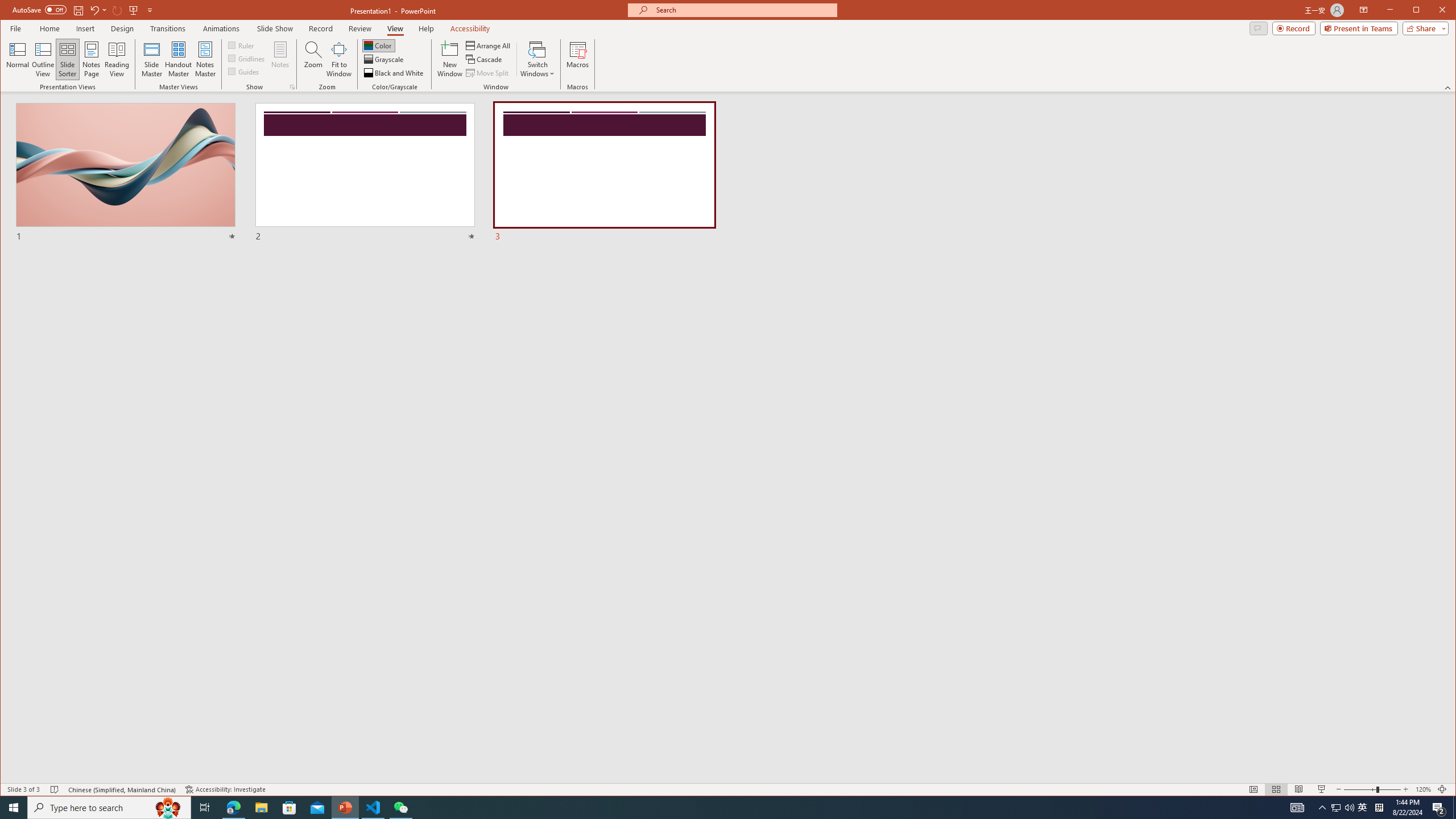  Describe the element at coordinates (246, 58) in the screenshot. I see `'Gridlines'` at that location.